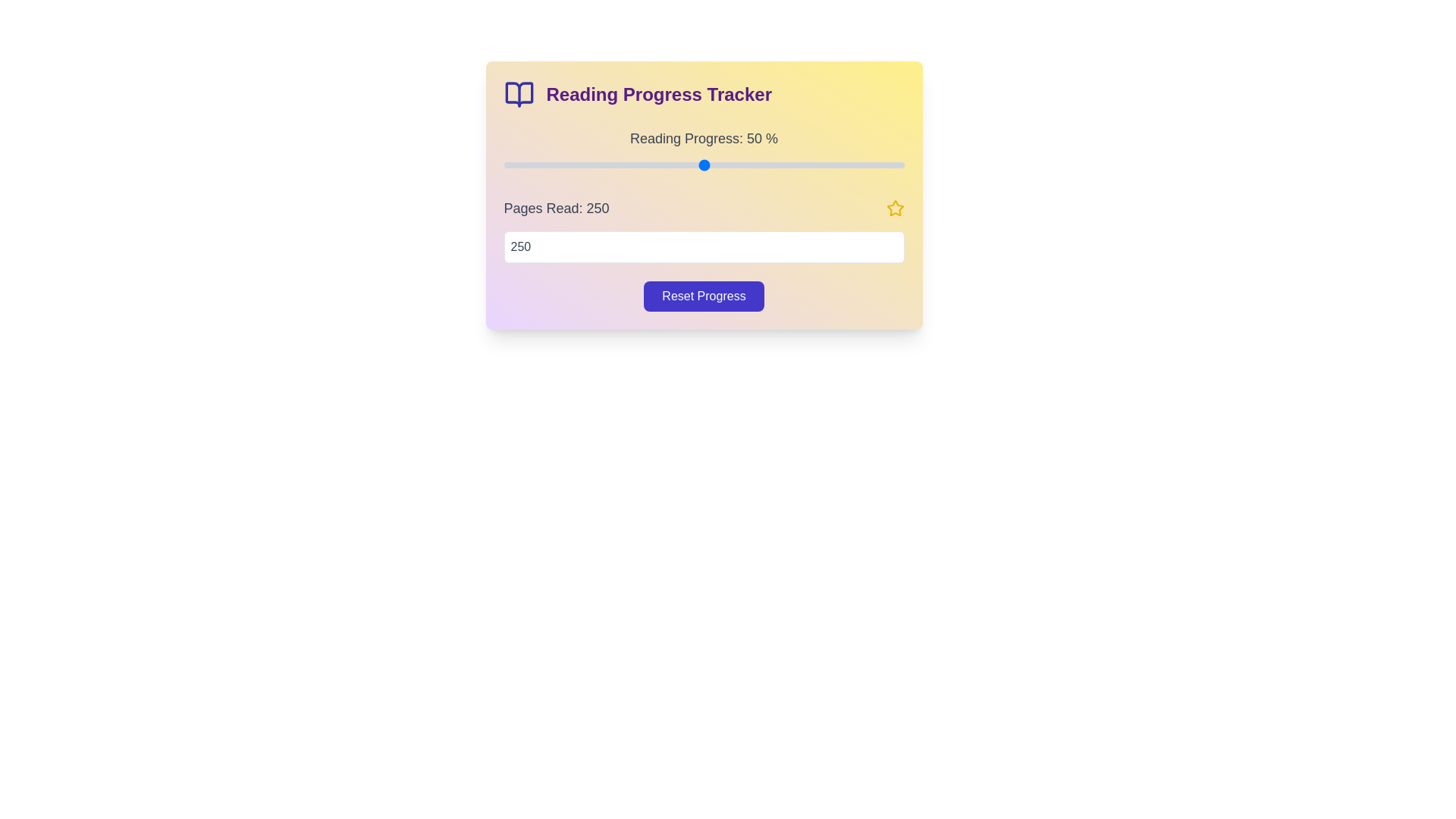  Describe the element at coordinates (868, 165) in the screenshot. I see `the reading progress to 91% by adjusting the slider` at that location.